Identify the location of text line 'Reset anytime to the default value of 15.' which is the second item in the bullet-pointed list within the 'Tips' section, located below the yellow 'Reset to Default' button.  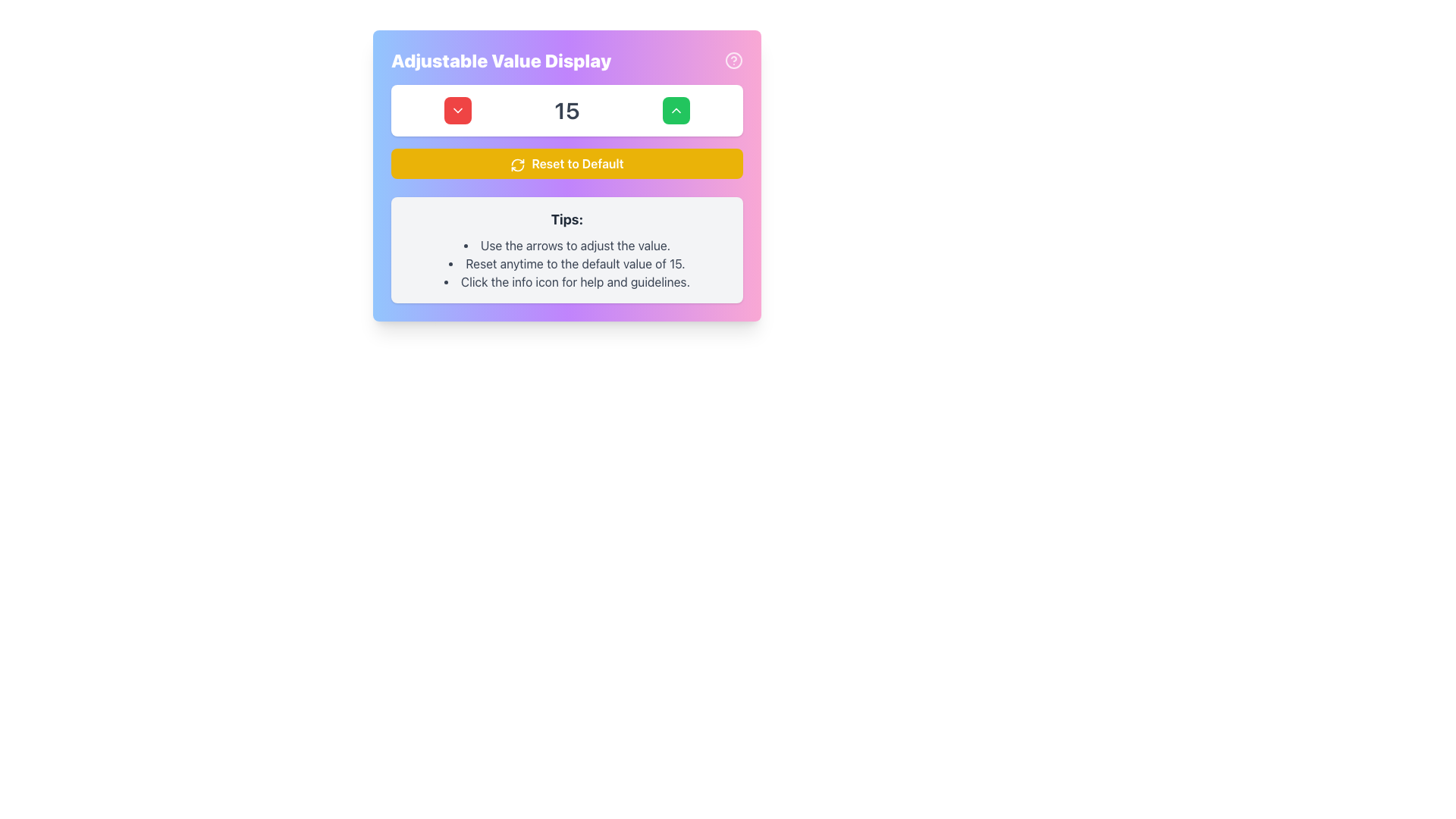
(566, 262).